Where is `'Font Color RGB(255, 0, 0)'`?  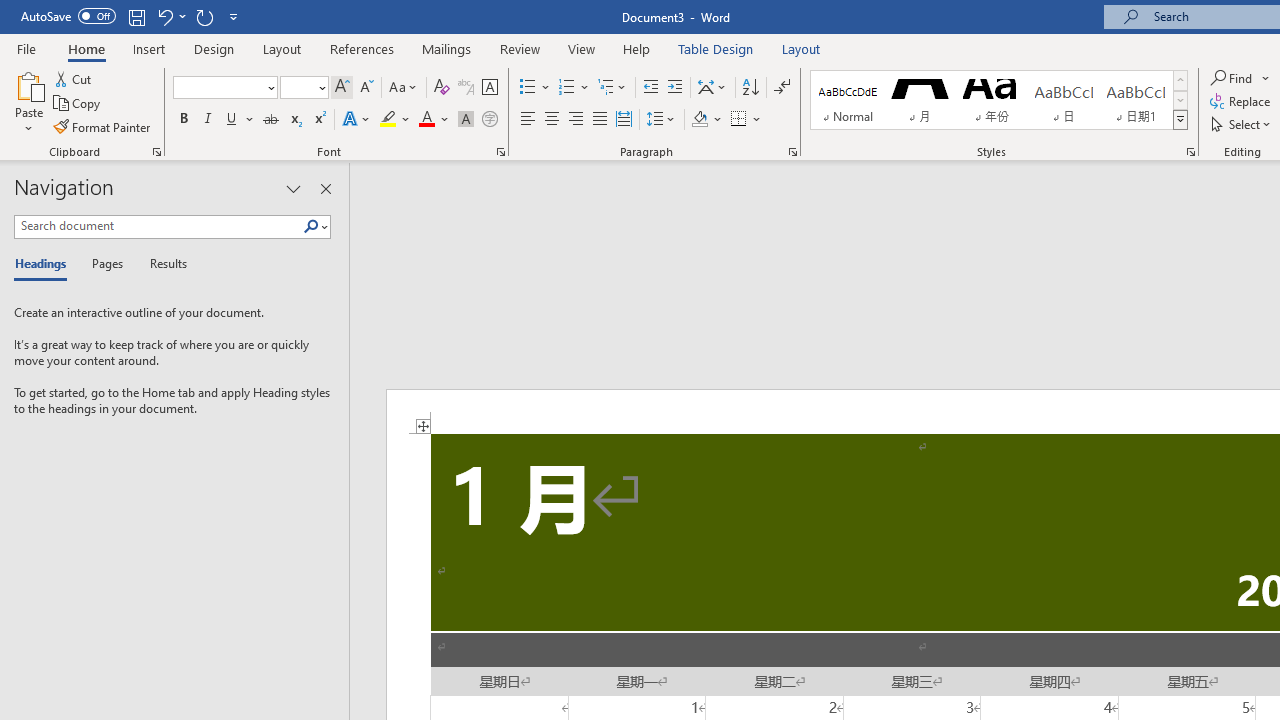
'Font Color RGB(255, 0, 0)' is located at coordinates (425, 119).